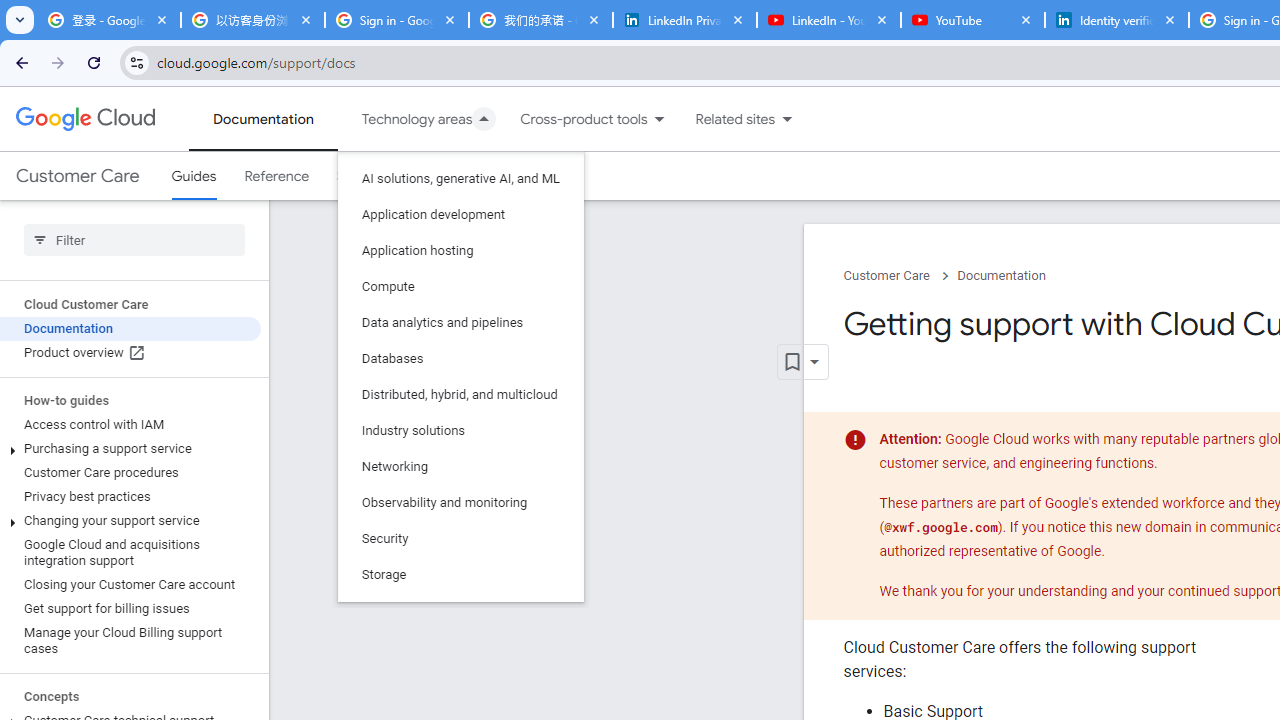  I want to click on 'Dropdown menu for Related sites', so click(786, 119).